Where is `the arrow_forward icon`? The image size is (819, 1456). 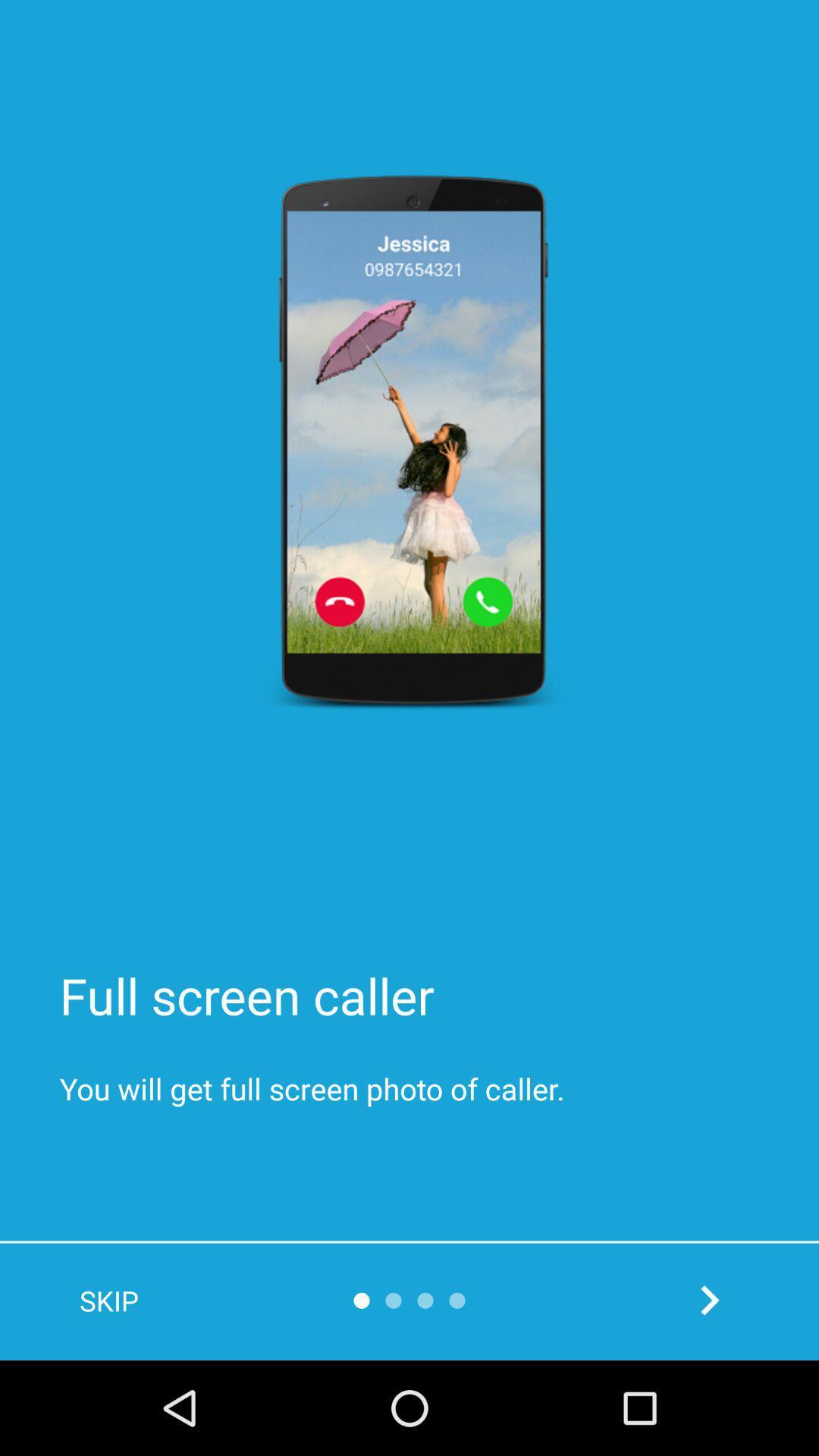 the arrow_forward icon is located at coordinates (709, 1299).